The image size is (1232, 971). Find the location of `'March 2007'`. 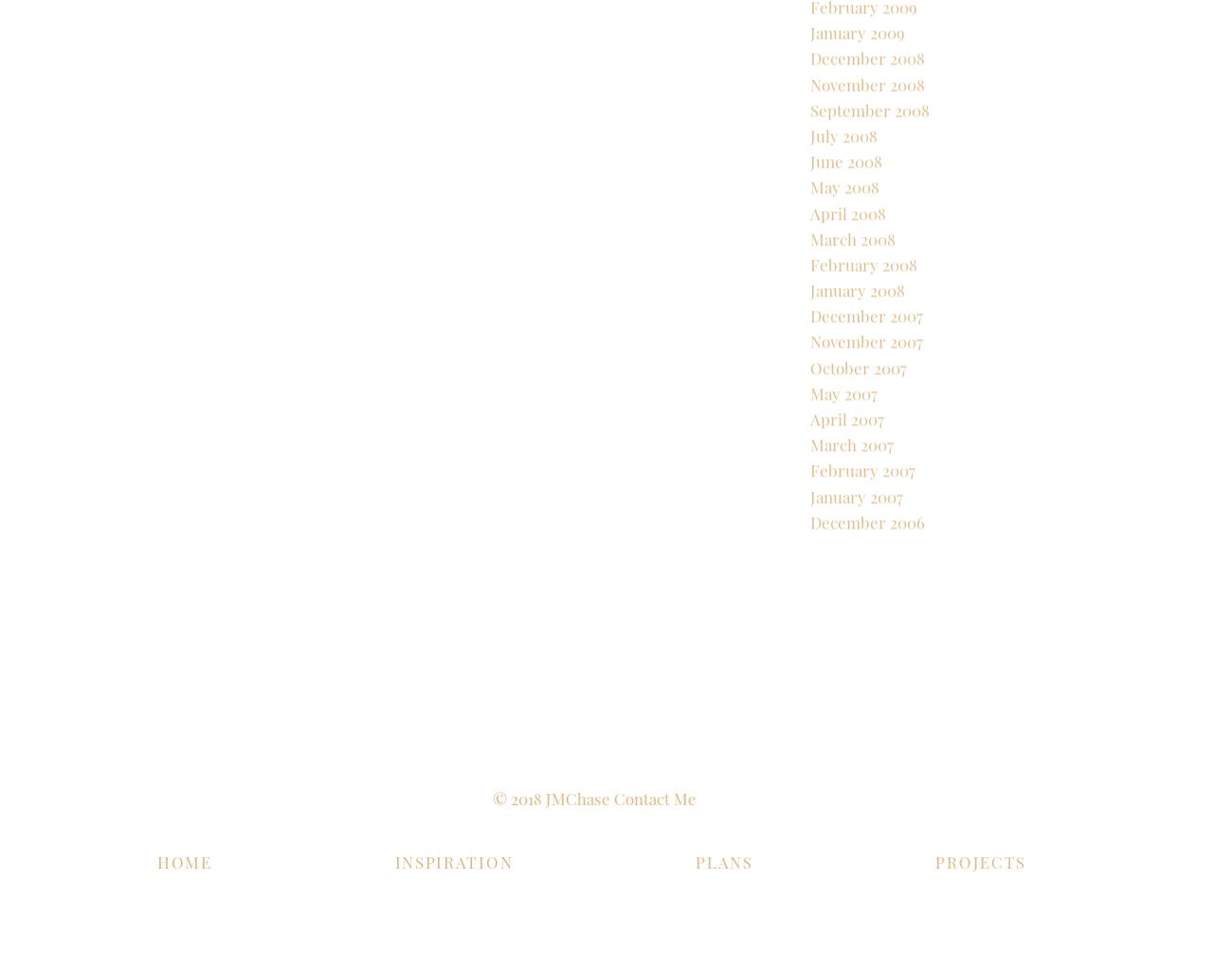

'March 2007' is located at coordinates (810, 509).